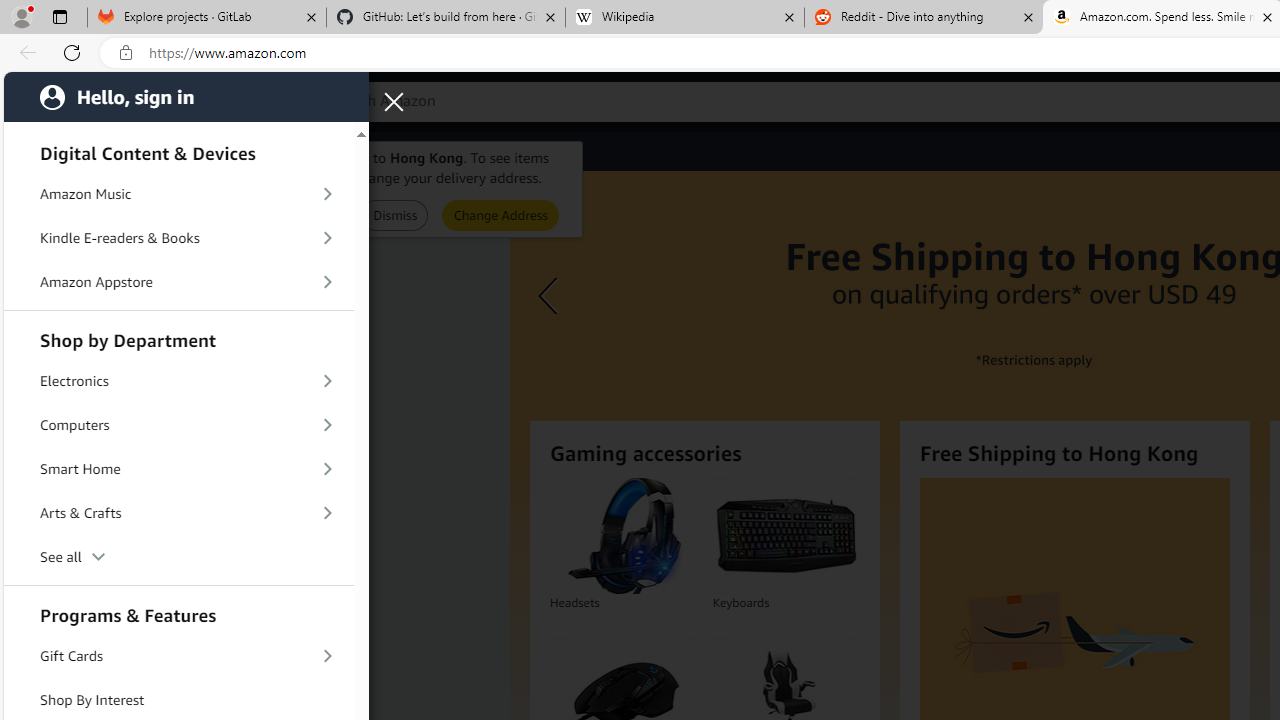  What do you see at coordinates (186, 96) in the screenshot?
I see `'Hello, sign in'` at bounding box center [186, 96].